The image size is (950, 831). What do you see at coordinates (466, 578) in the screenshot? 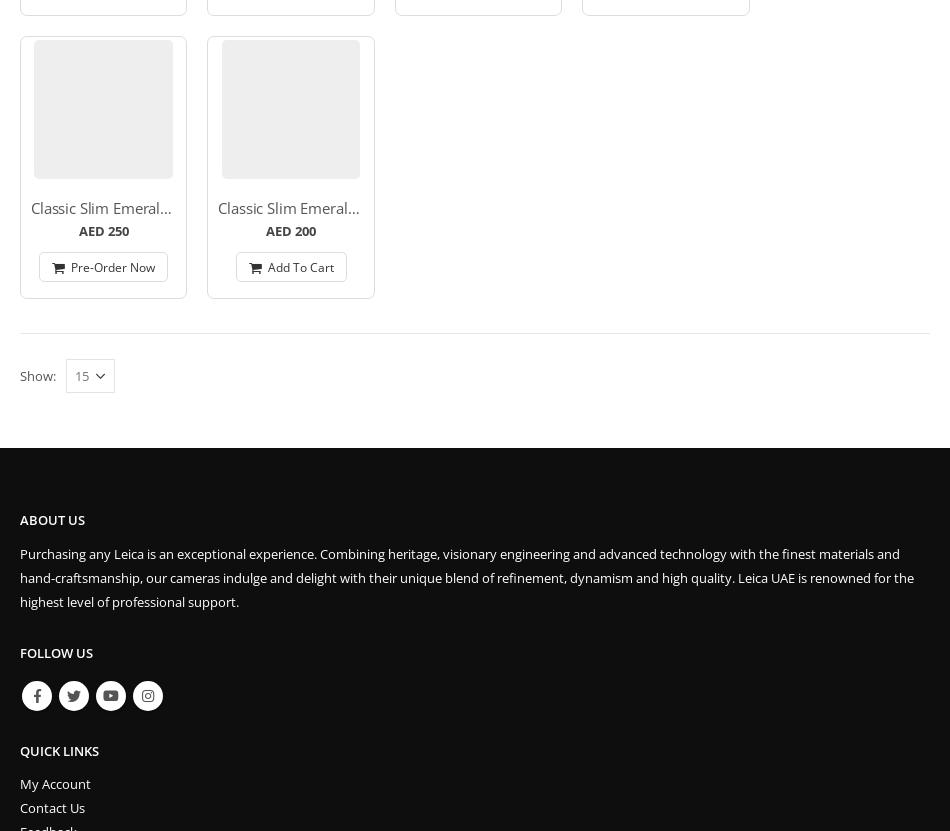
I see `'Purchasing any Leica is an exceptional experience. Combining heritage, visionary engineering and advanced technology with the finest materials and hand-craftsmanship, our cameras indulge and delight with their unique blend of refinement, dynamism and high quality. Leica UAE is renowned for the highest level of professional support.'` at bounding box center [466, 578].